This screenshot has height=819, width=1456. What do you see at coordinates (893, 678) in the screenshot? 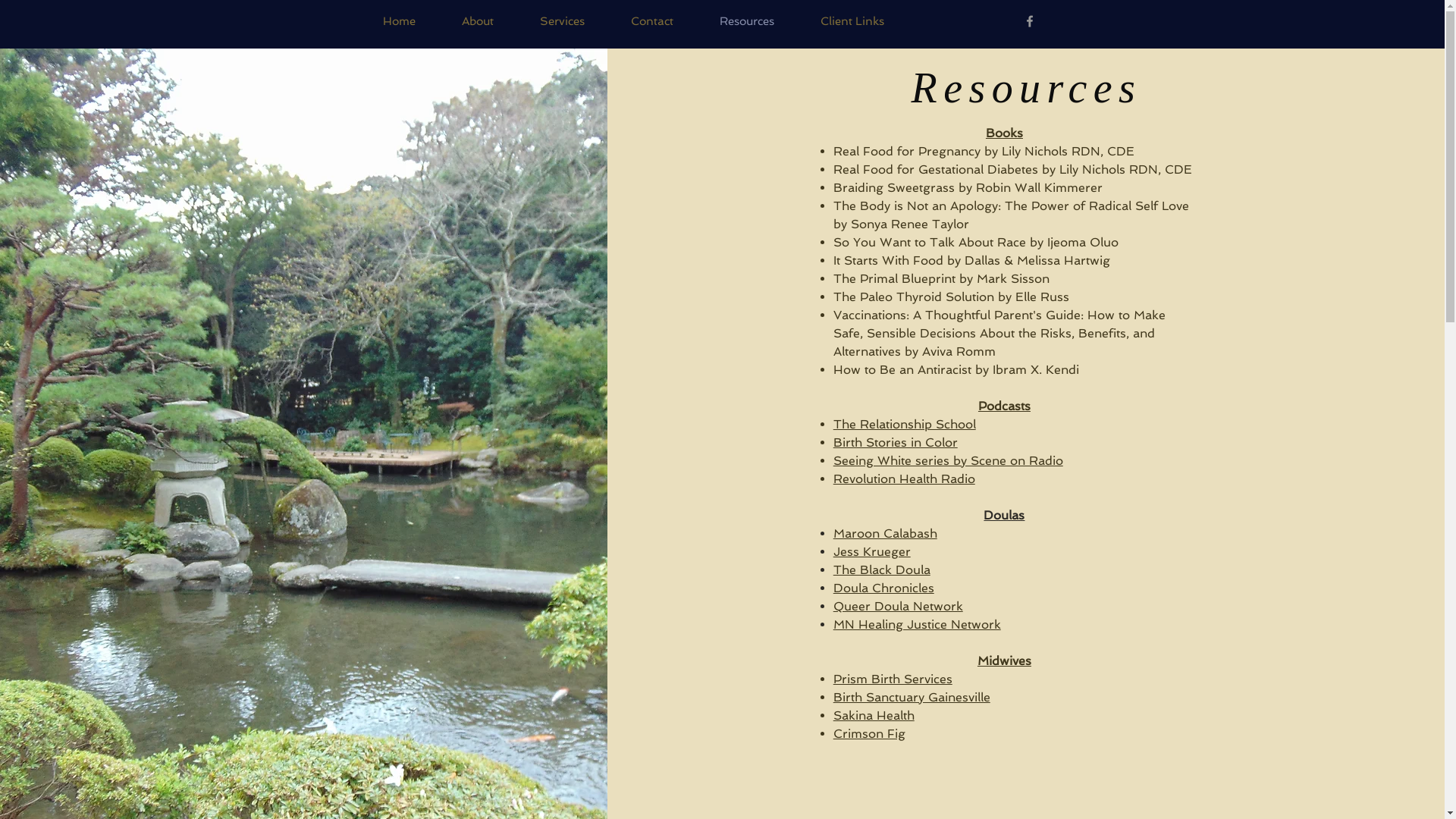
I see `'Prism Birth Services'` at bounding box center [893, 678].